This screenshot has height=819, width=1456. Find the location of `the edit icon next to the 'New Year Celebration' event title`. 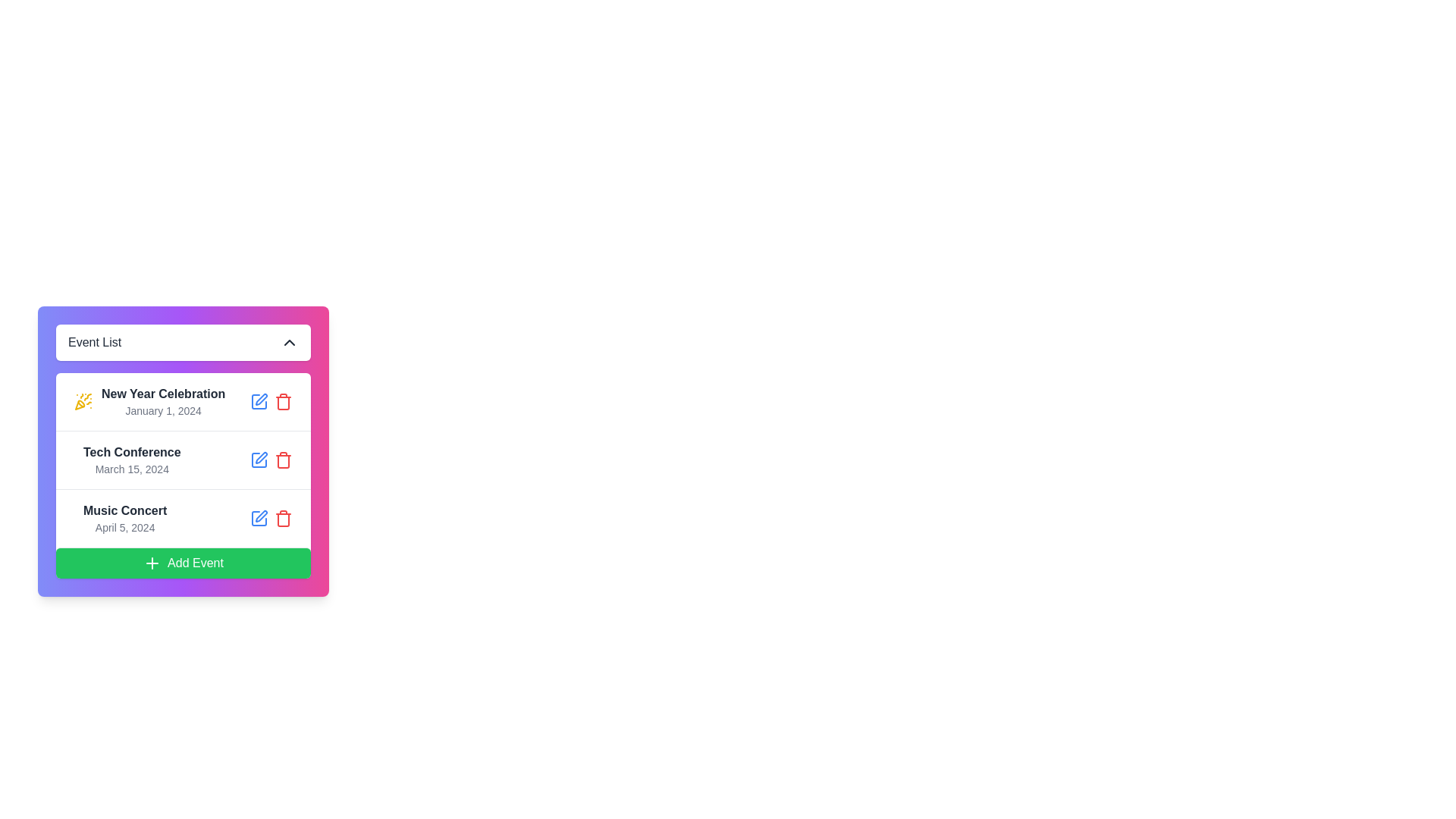

the edit icon next to the 'New Year Celebration' event title is located at coordinates (262, 399).